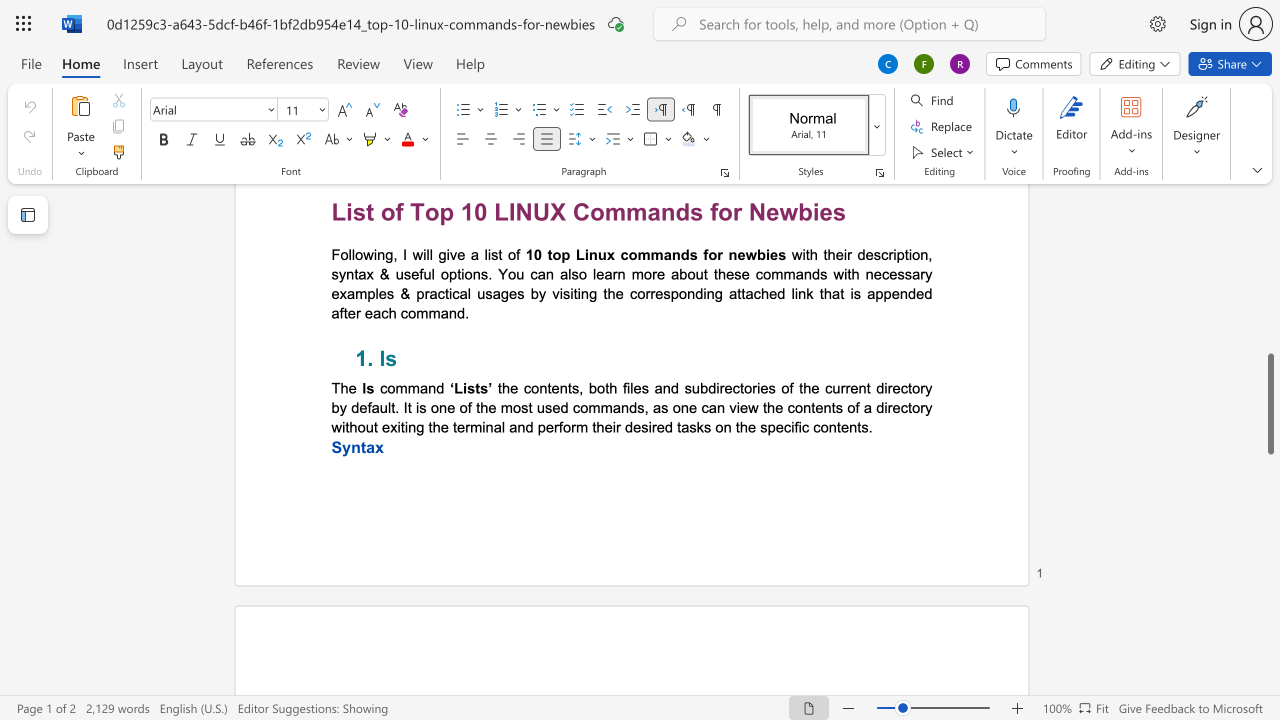  Describe the element at coordinates (1269, 238) in the screenshot. I see `the scrollbar on the right to move the page upward` at that location.